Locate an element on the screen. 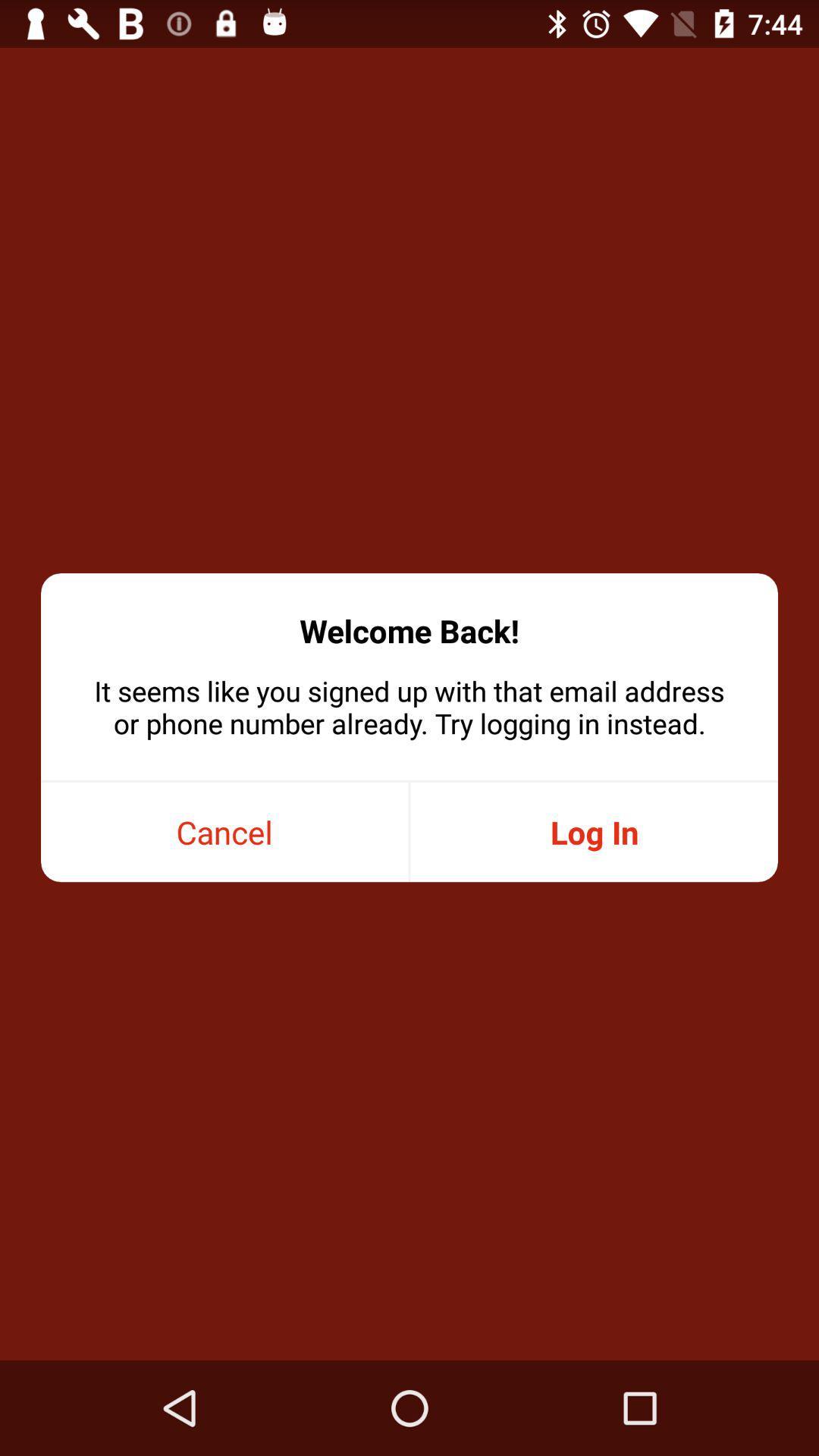 This screenshot has height=1456, width=819. the item on the right is located at coordinates (593, 831).